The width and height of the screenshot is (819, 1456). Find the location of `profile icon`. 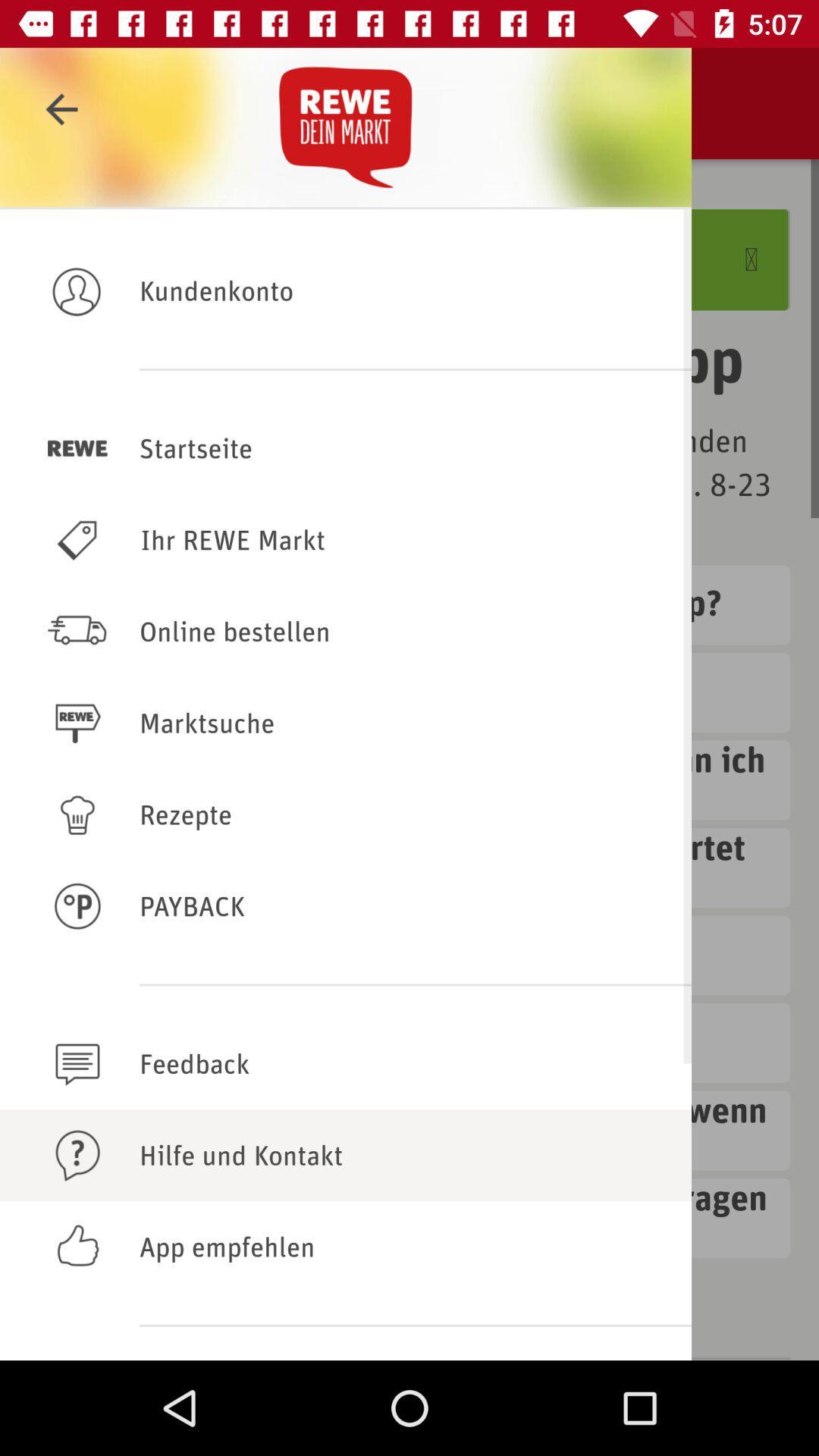

profile icon is located at coordinates (77, 290).